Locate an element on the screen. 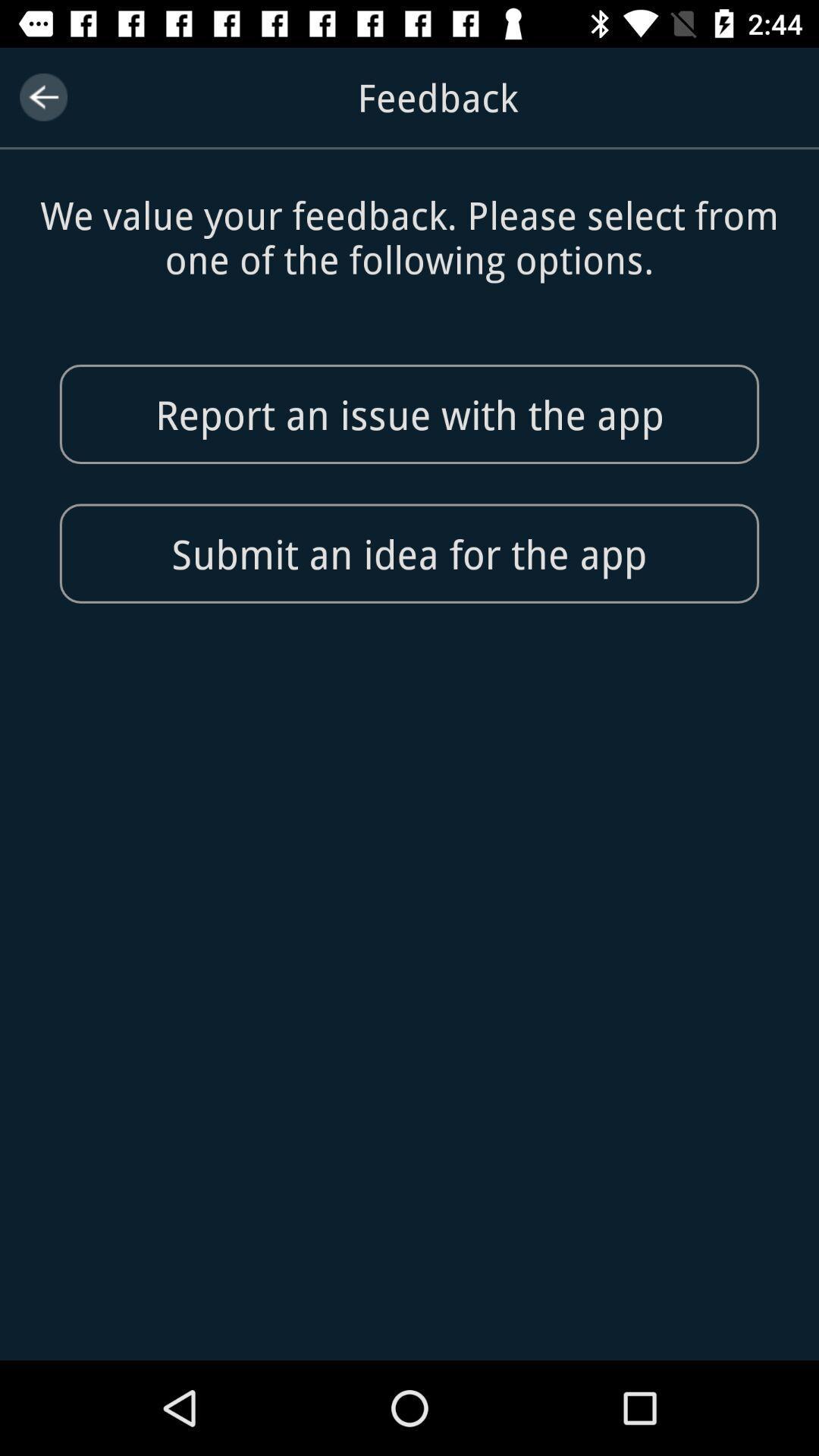  the arrow_backward icon is located at coordinates (42, 96).